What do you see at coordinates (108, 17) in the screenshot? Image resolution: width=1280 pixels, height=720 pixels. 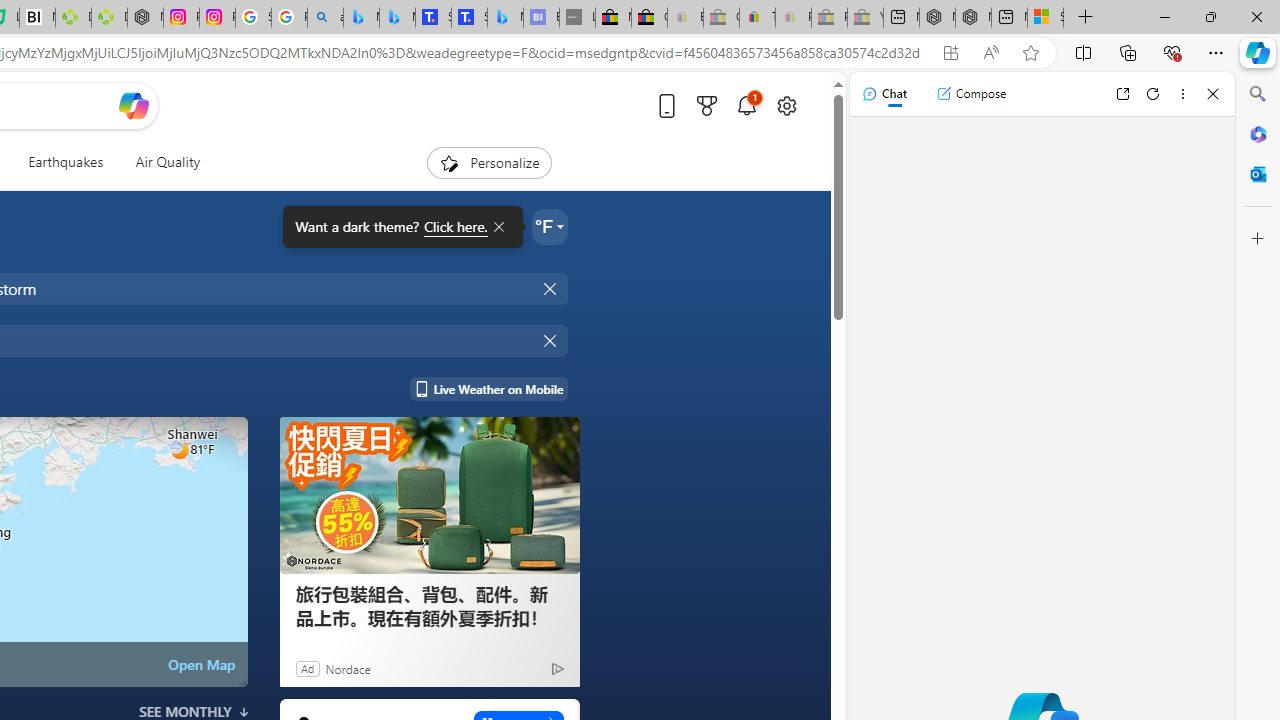 I see `'Descarga Driver Updater'` at bounding box center [108, 17].